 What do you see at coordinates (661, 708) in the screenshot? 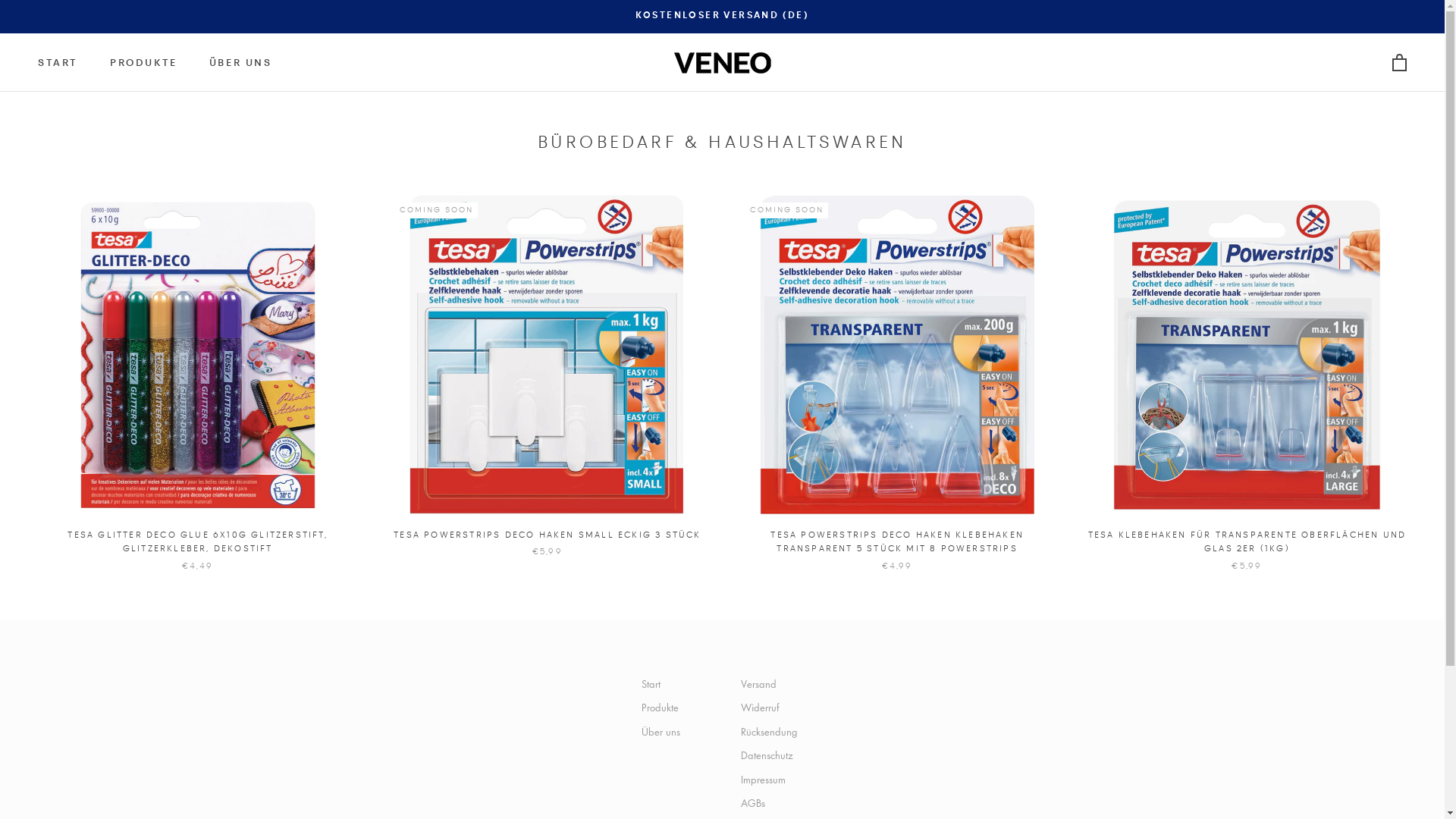
I see `'Produkte'` at bounding box center [661, 708].